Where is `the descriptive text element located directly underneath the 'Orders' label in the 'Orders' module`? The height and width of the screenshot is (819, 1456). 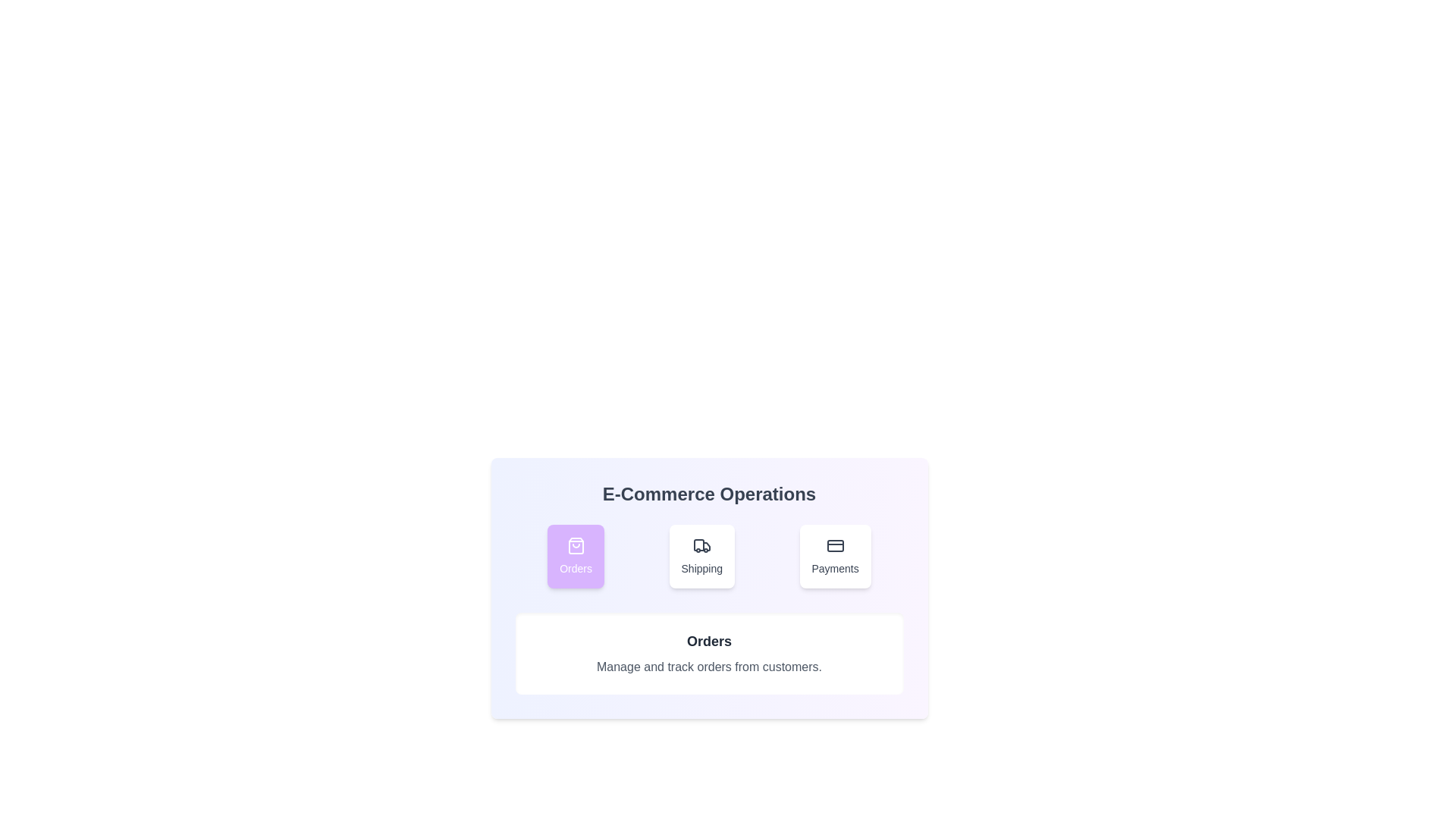
the descriptive text element located directly underneath the 'Orders' label in the 'Orders' module is located at coordinates (708, 666).